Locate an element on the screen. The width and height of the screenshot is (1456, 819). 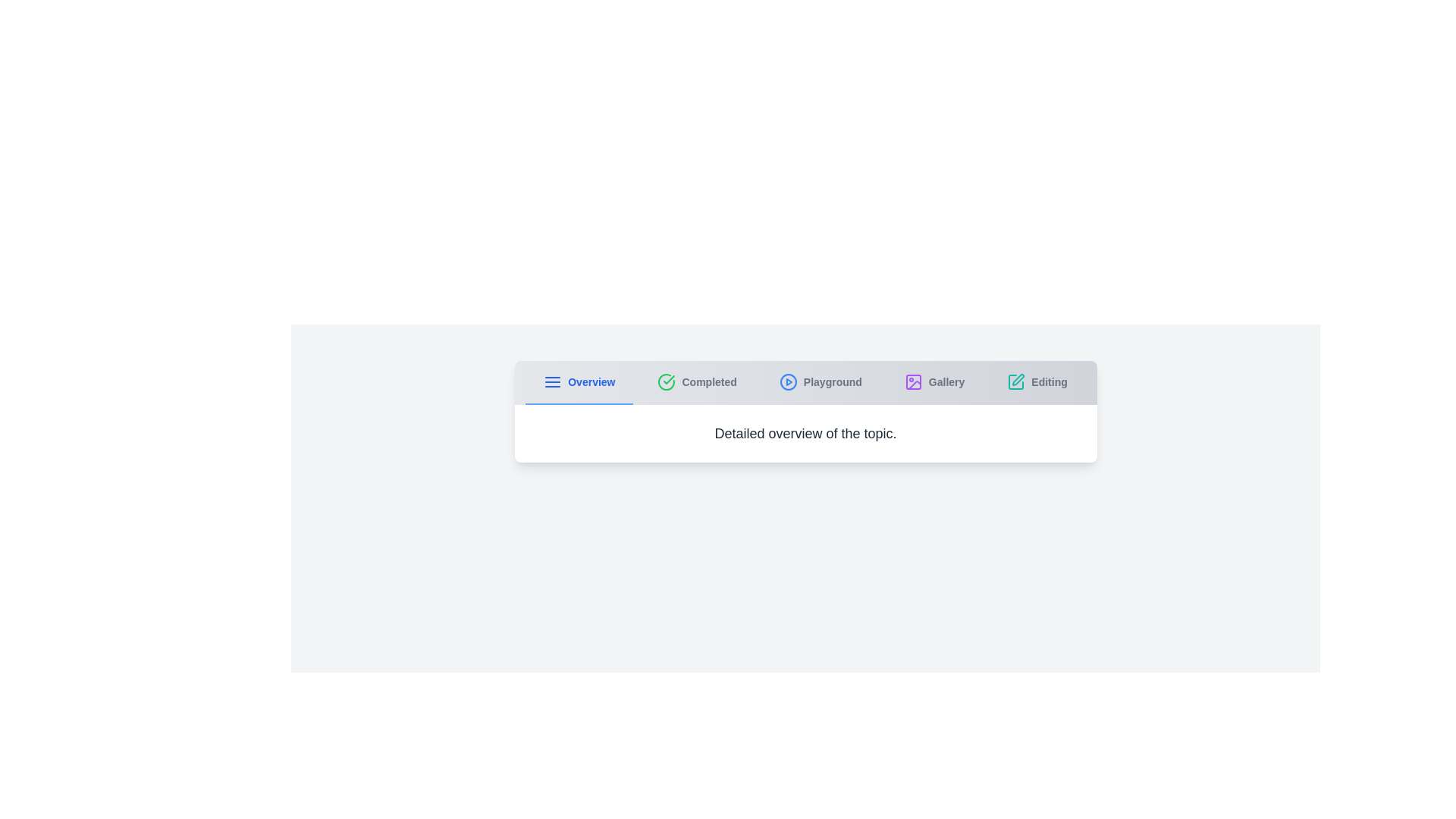
the tab labeled 'Editing' to view its content is located at coordinates (1037, 382).